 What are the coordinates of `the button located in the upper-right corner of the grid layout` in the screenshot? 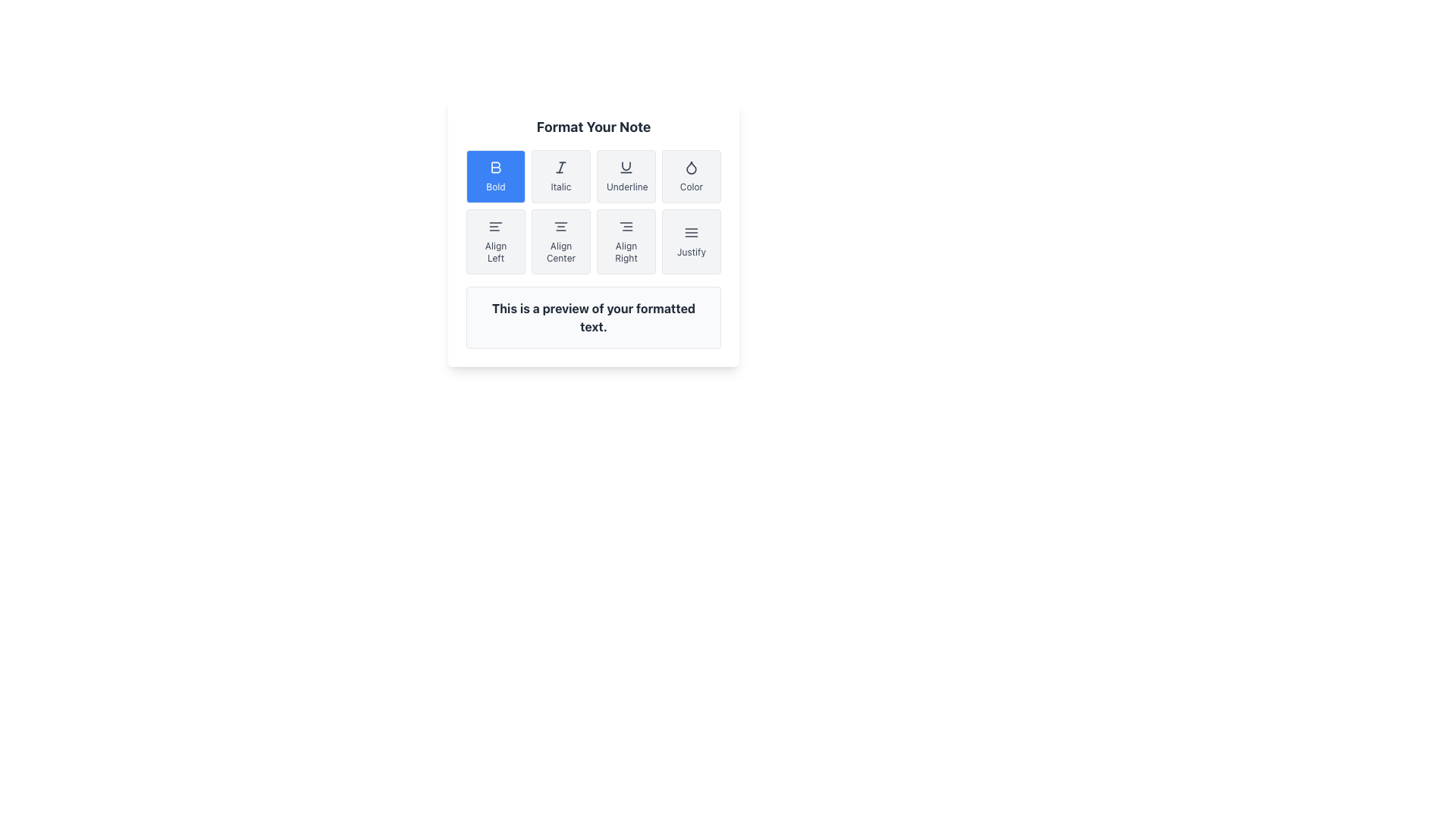 It's located at (691, 175).